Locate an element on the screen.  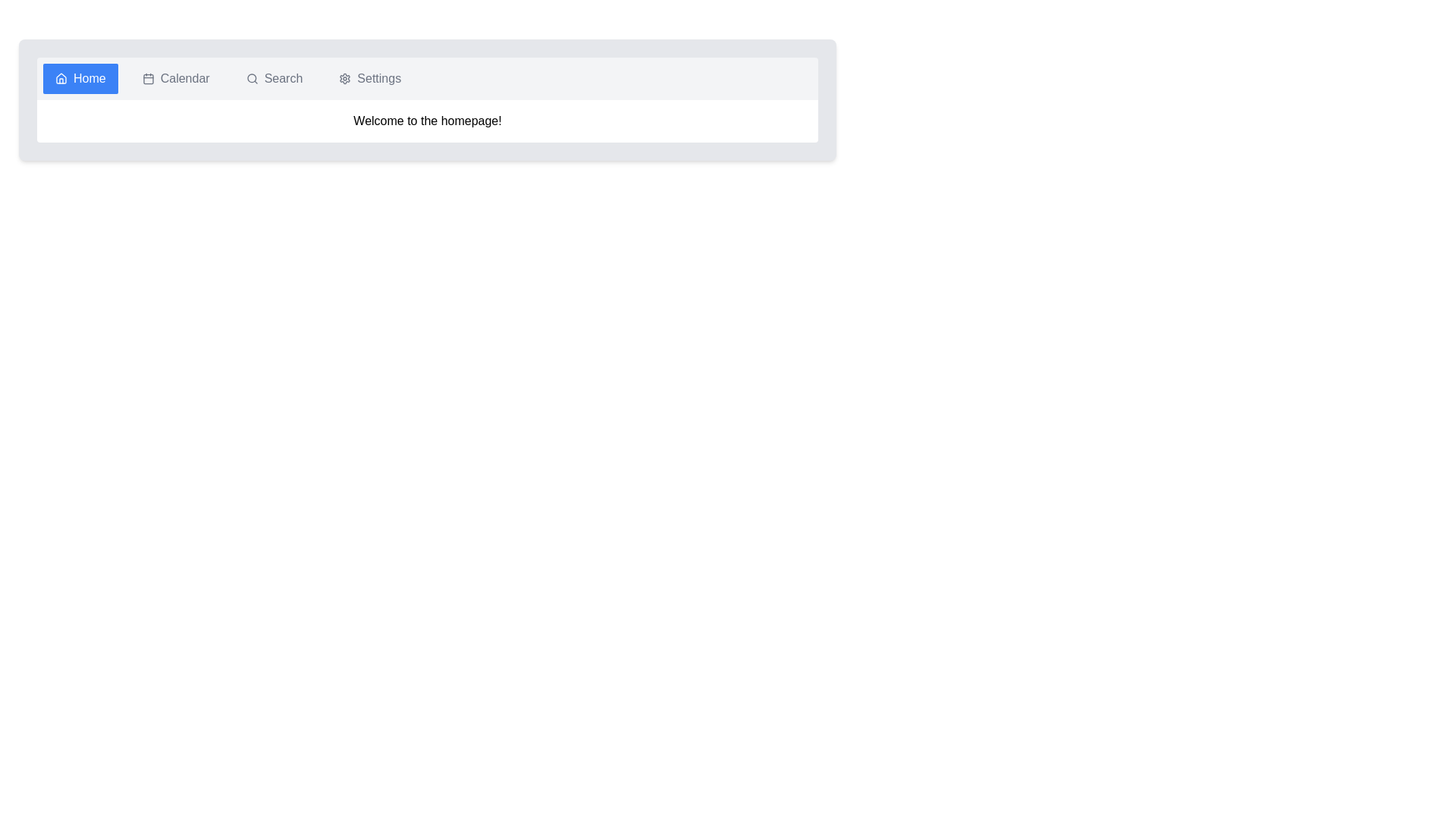
the Home icon, which visually represents the homepage navigation option and is located at the far left of the navigation bar, next to the label 'Home' is located at coordinates (61, 79).